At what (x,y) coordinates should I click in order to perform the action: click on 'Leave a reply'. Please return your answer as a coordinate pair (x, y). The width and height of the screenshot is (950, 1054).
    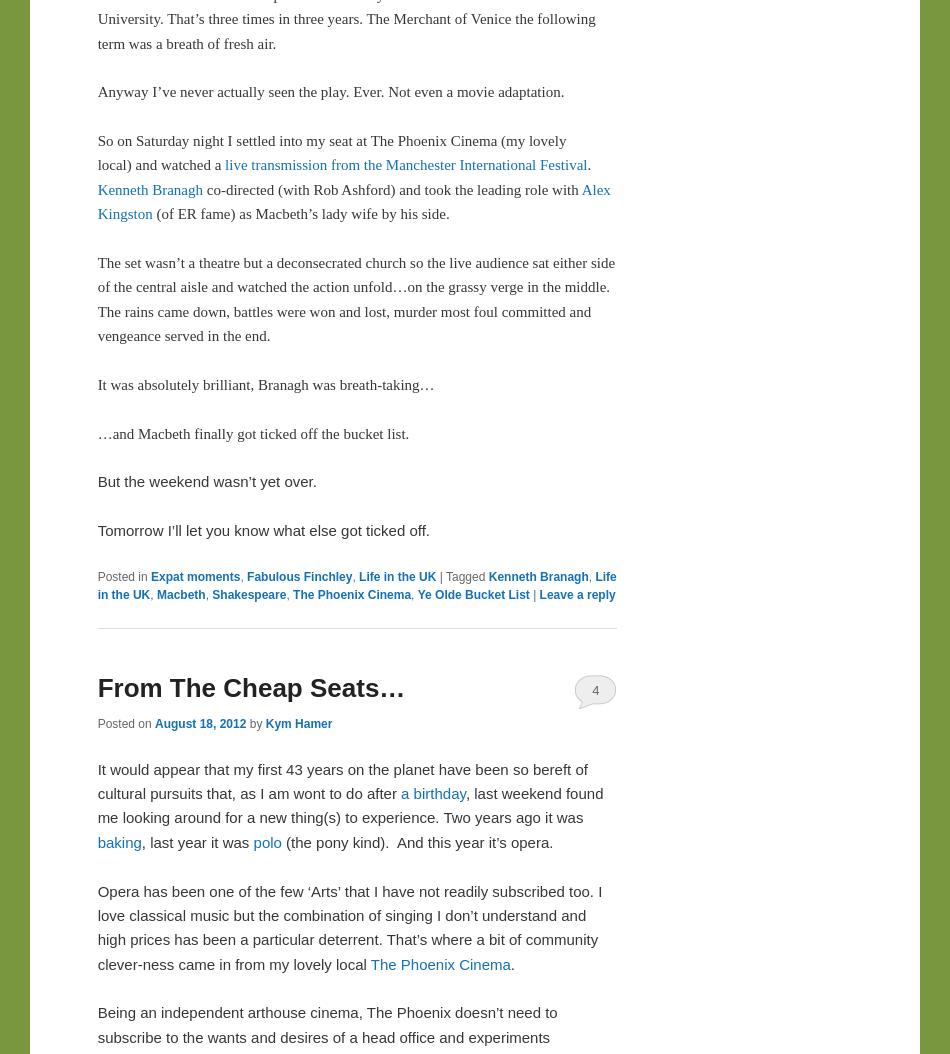
    Looking at the image, I should click on (577, 593).